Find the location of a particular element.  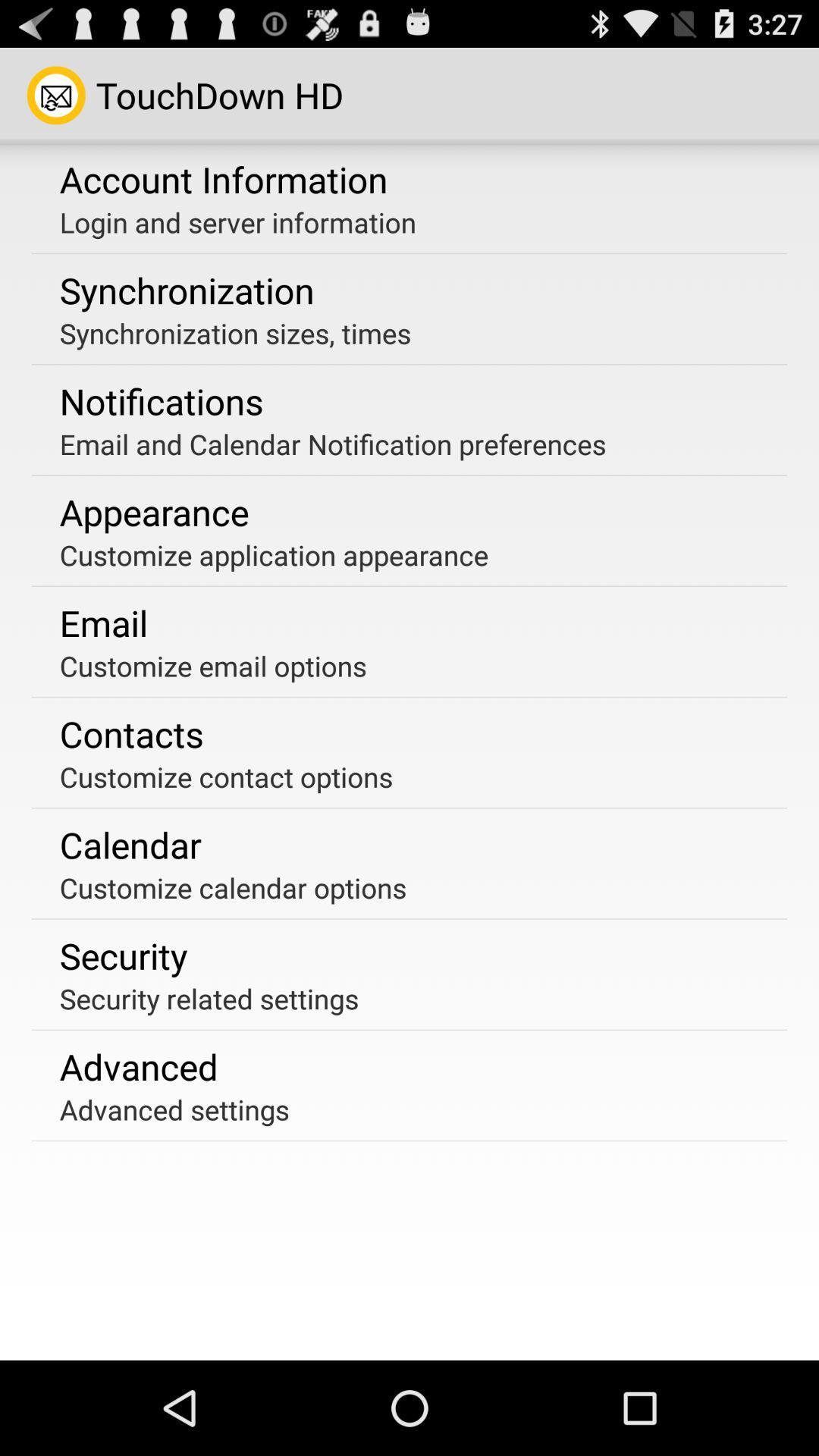

the synchronization sizes, times icon is located at coordinates (235, 332).